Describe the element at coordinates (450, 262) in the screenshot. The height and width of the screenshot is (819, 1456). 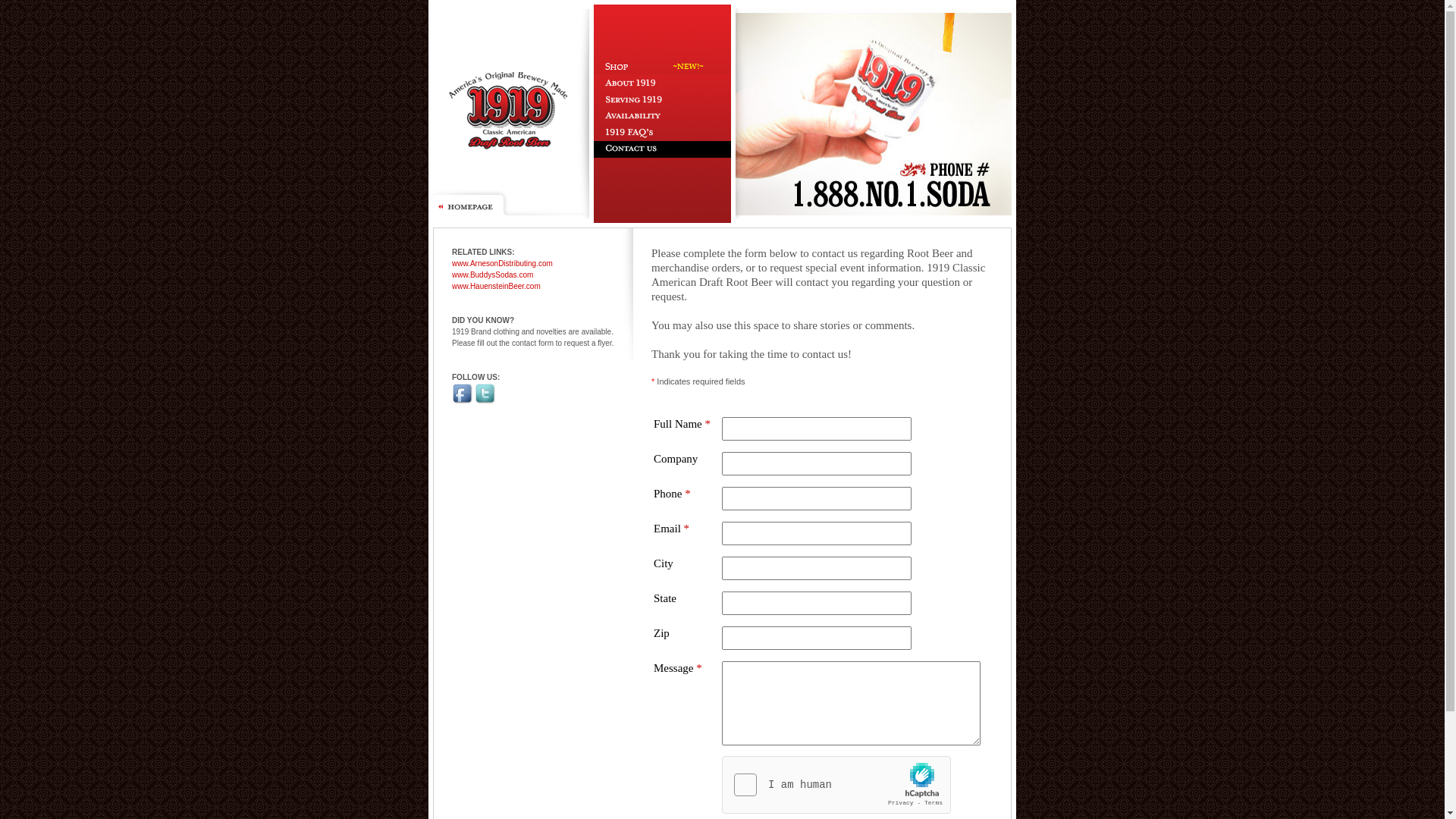
I see `'www.ArnesonDistributing.com'` at that location.